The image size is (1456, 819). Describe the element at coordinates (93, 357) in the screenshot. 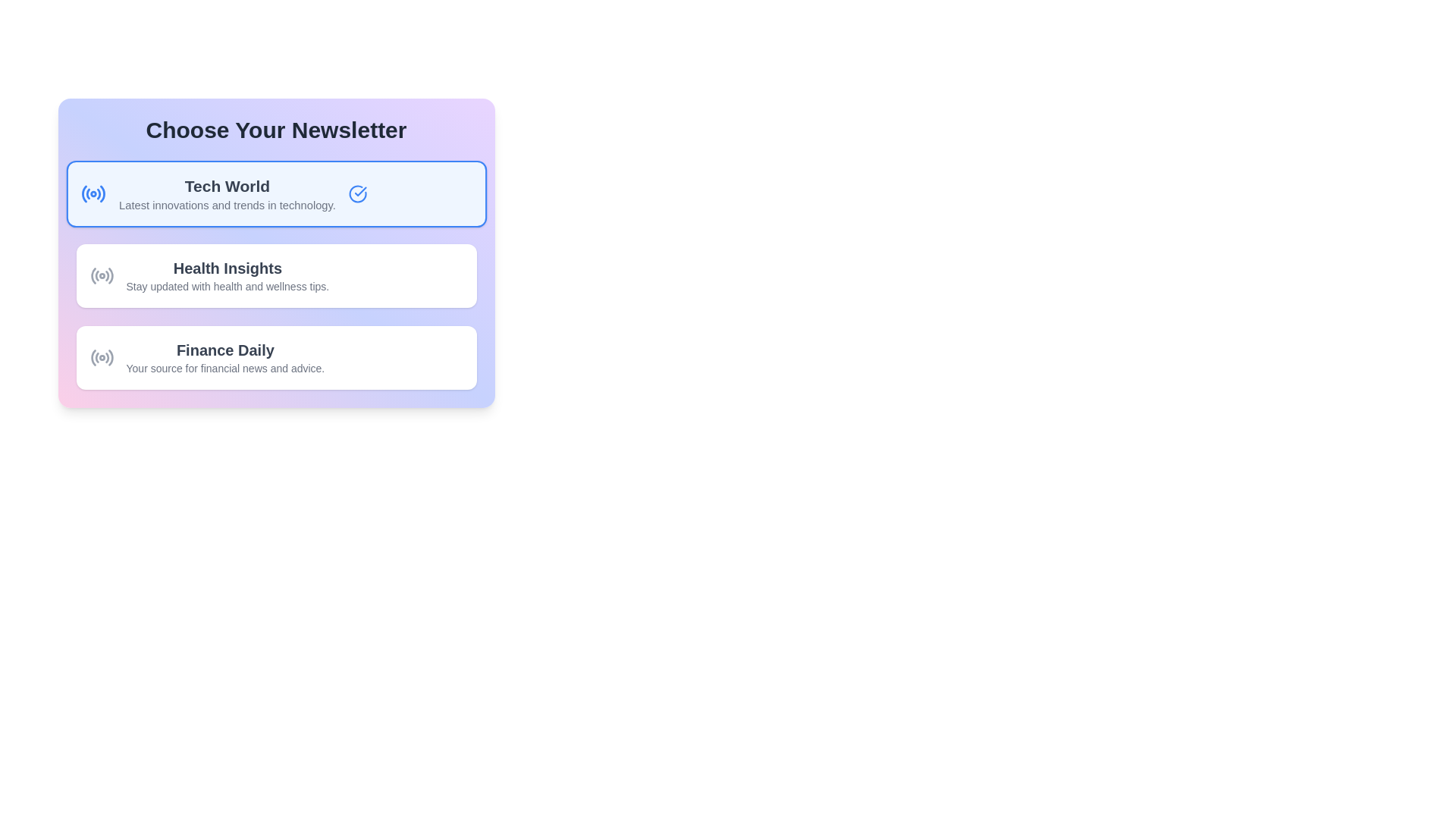

I see `the outermost semicircular arc graphic located within the circular icon to the left of the 'Finance Daily' option` at that location.